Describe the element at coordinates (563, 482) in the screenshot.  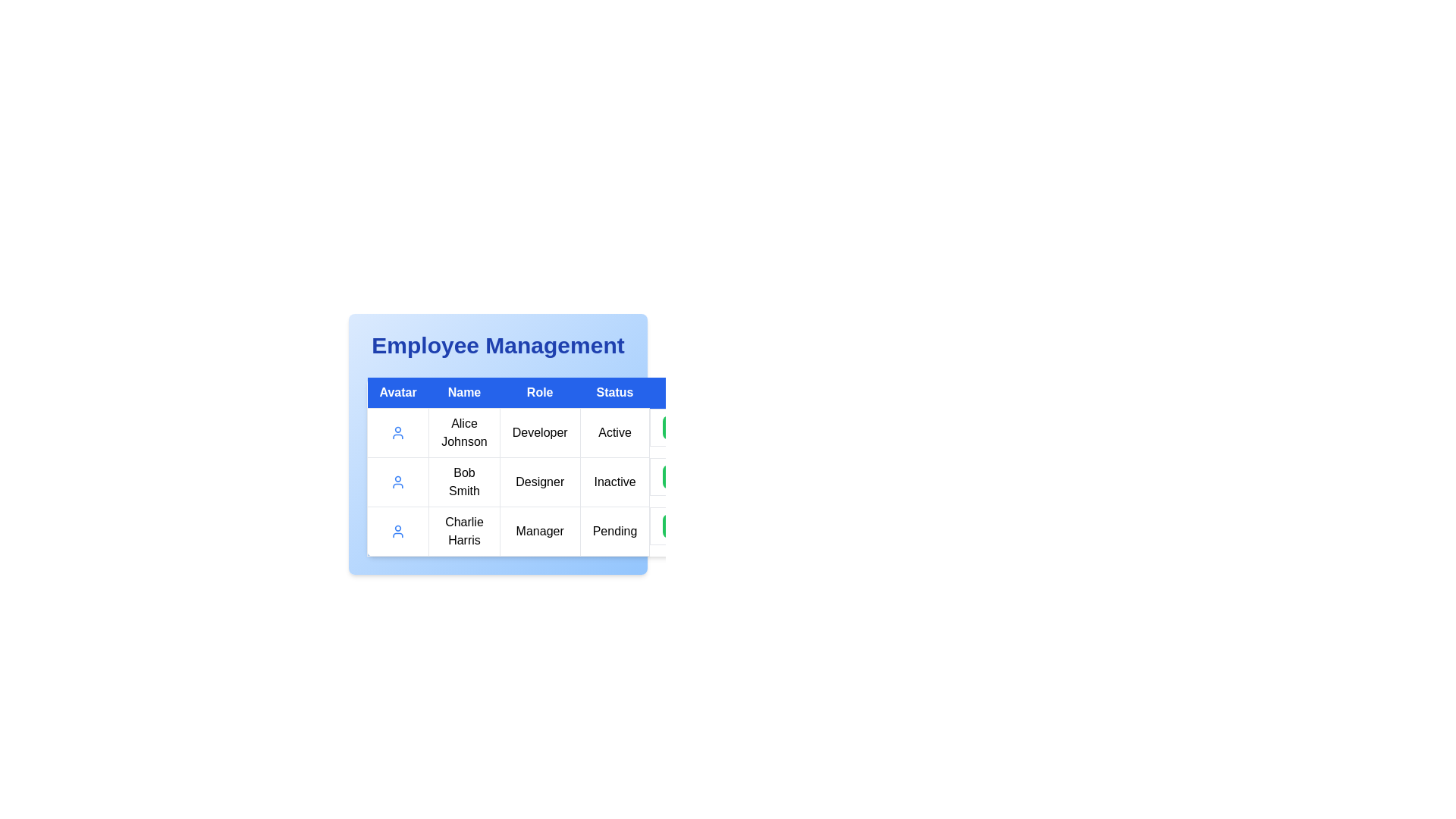
I see `the second table row in the Employee Management section, which displays information about an employee, positioned between 'Alice Johnson' and 'Charlie Harris'` at that location.